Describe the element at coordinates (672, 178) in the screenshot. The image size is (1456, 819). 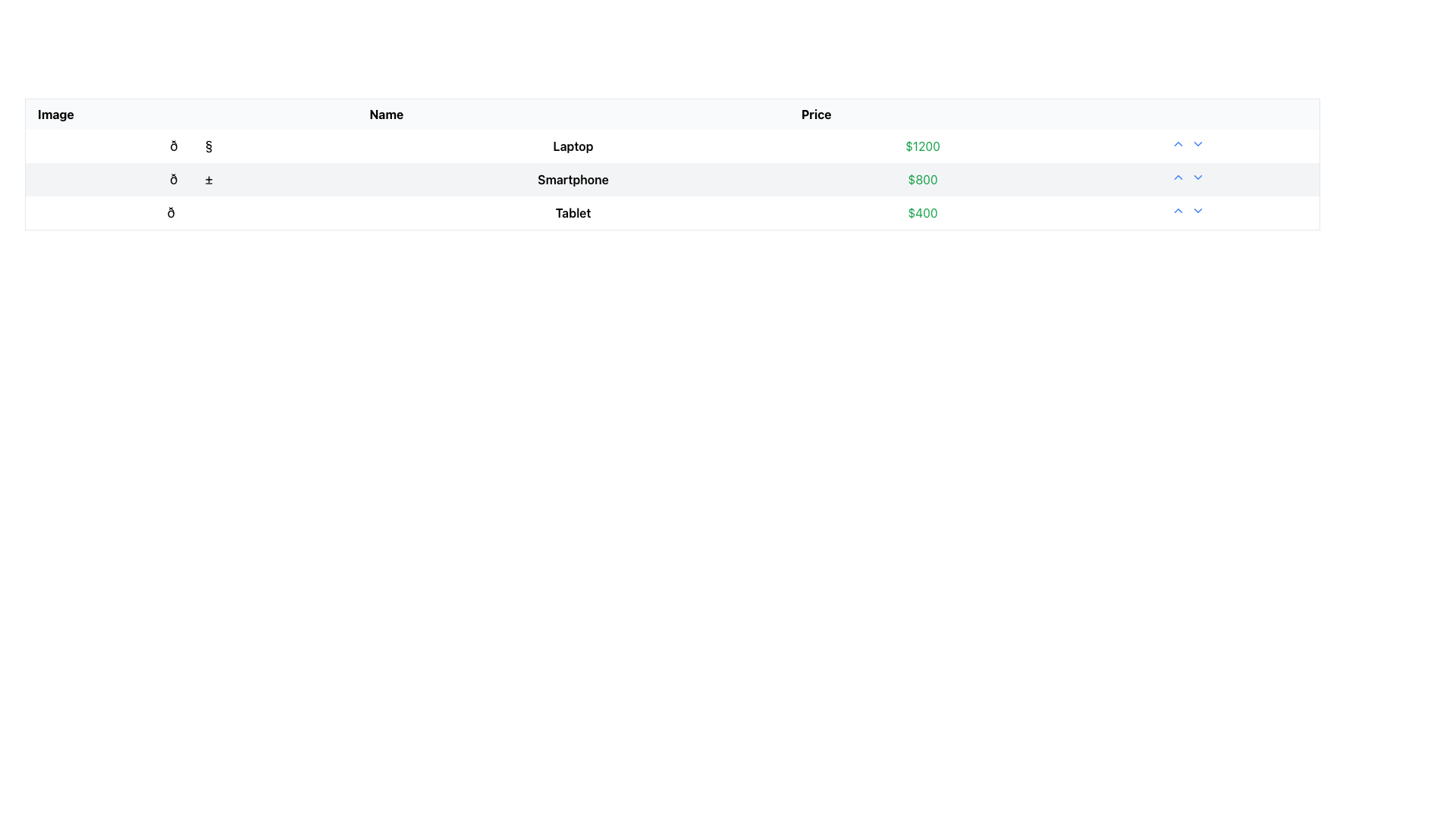
I see `the second row of the product information table, which displays the product name and price` at that location.